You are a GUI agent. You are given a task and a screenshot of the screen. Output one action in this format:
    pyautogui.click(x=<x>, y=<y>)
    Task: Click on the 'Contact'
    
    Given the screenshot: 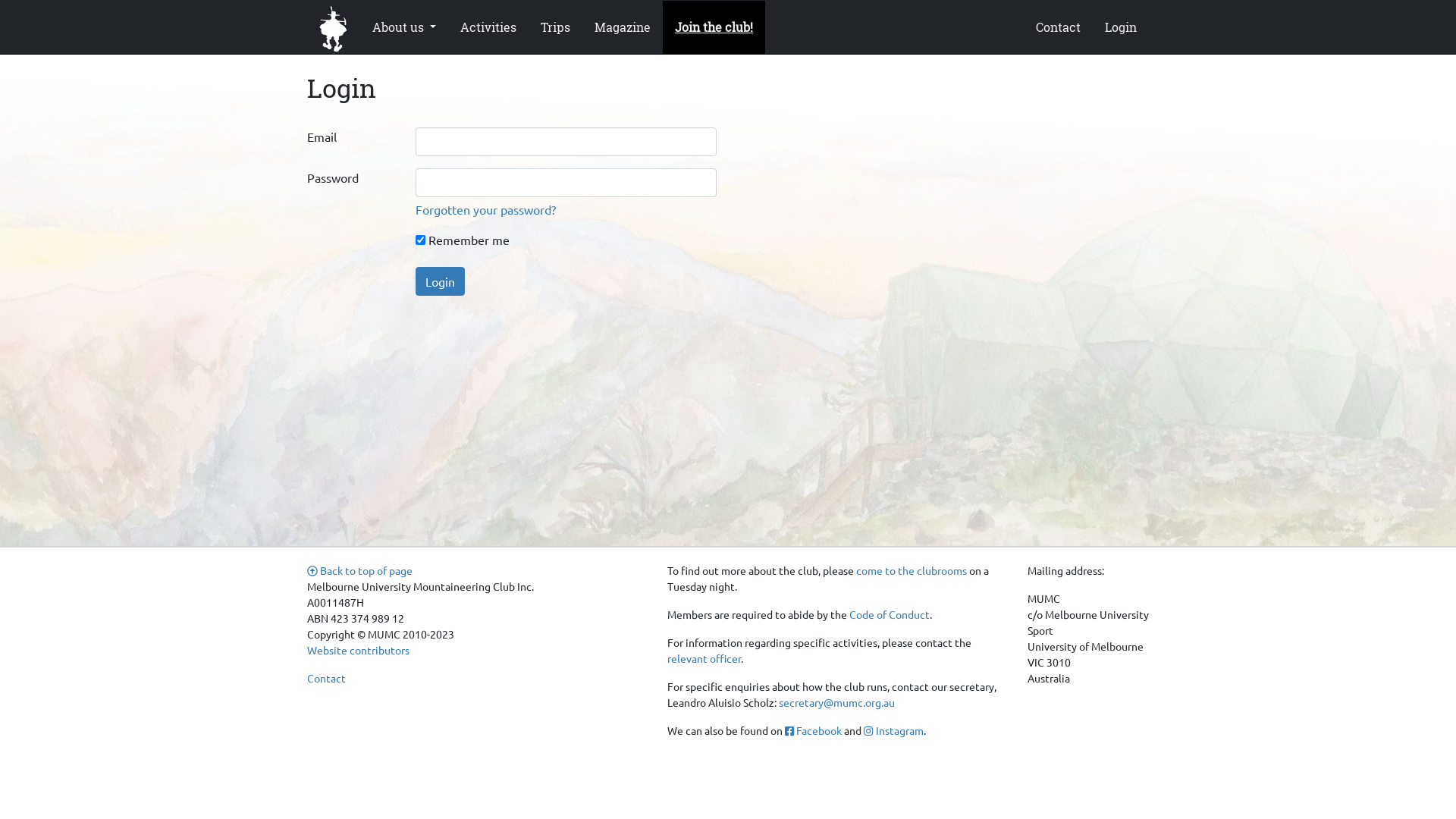 What is the action you would take?
    pyautogui.click(x=1057, y=26)
    